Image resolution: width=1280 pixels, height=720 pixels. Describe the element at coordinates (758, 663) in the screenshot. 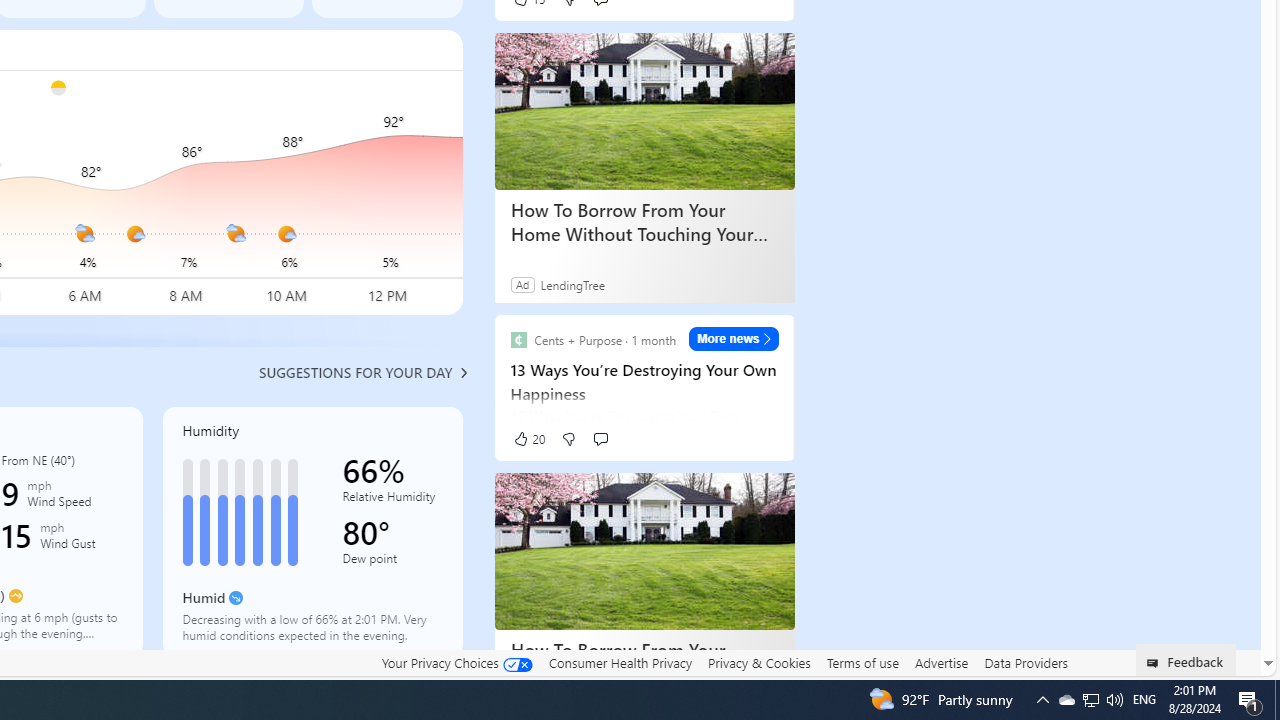

I see `'Privacy & Cookies'` at that location.